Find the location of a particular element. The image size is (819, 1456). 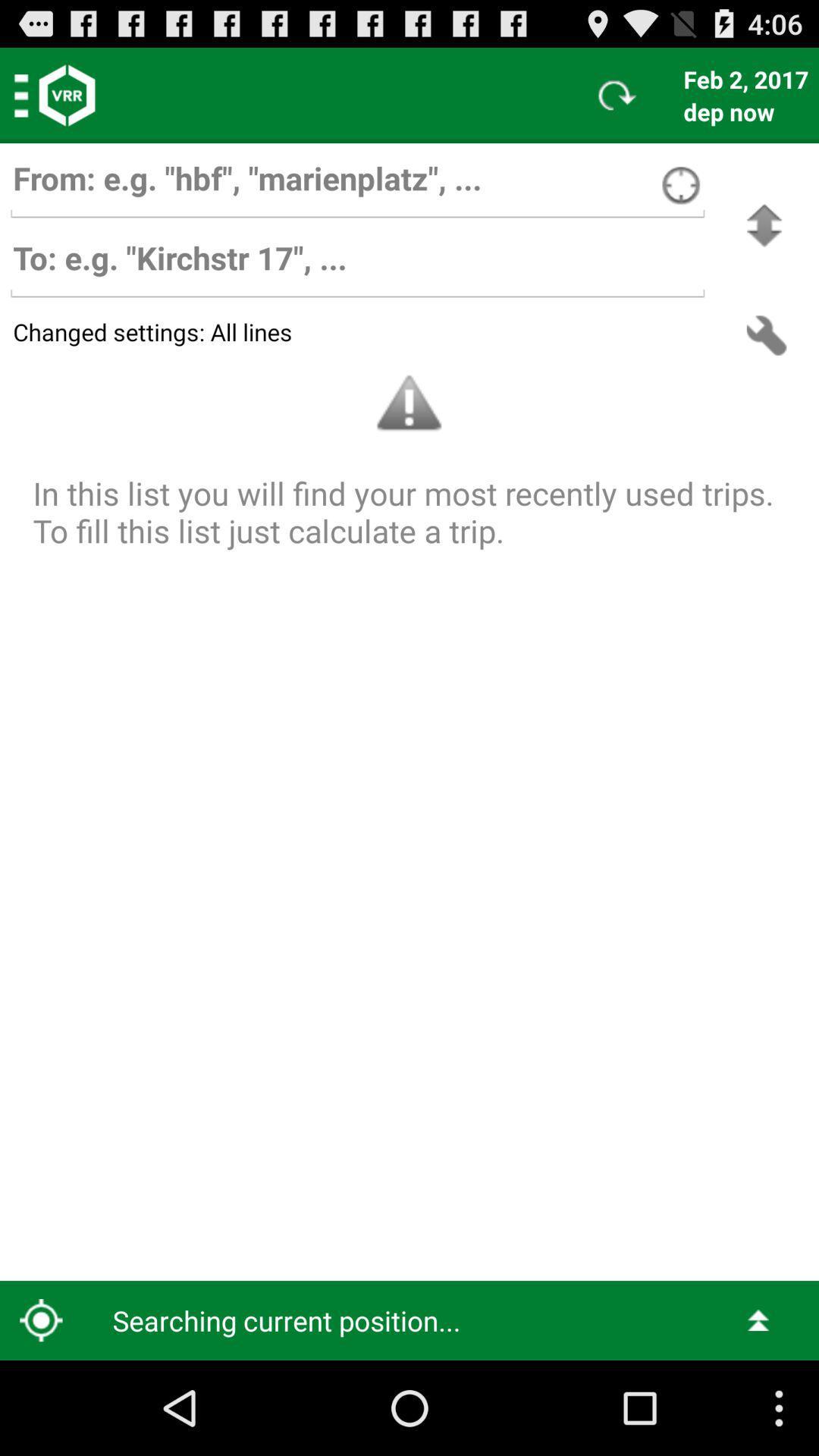

the icon above the changed settings all item is located at coordinates (764, 224).